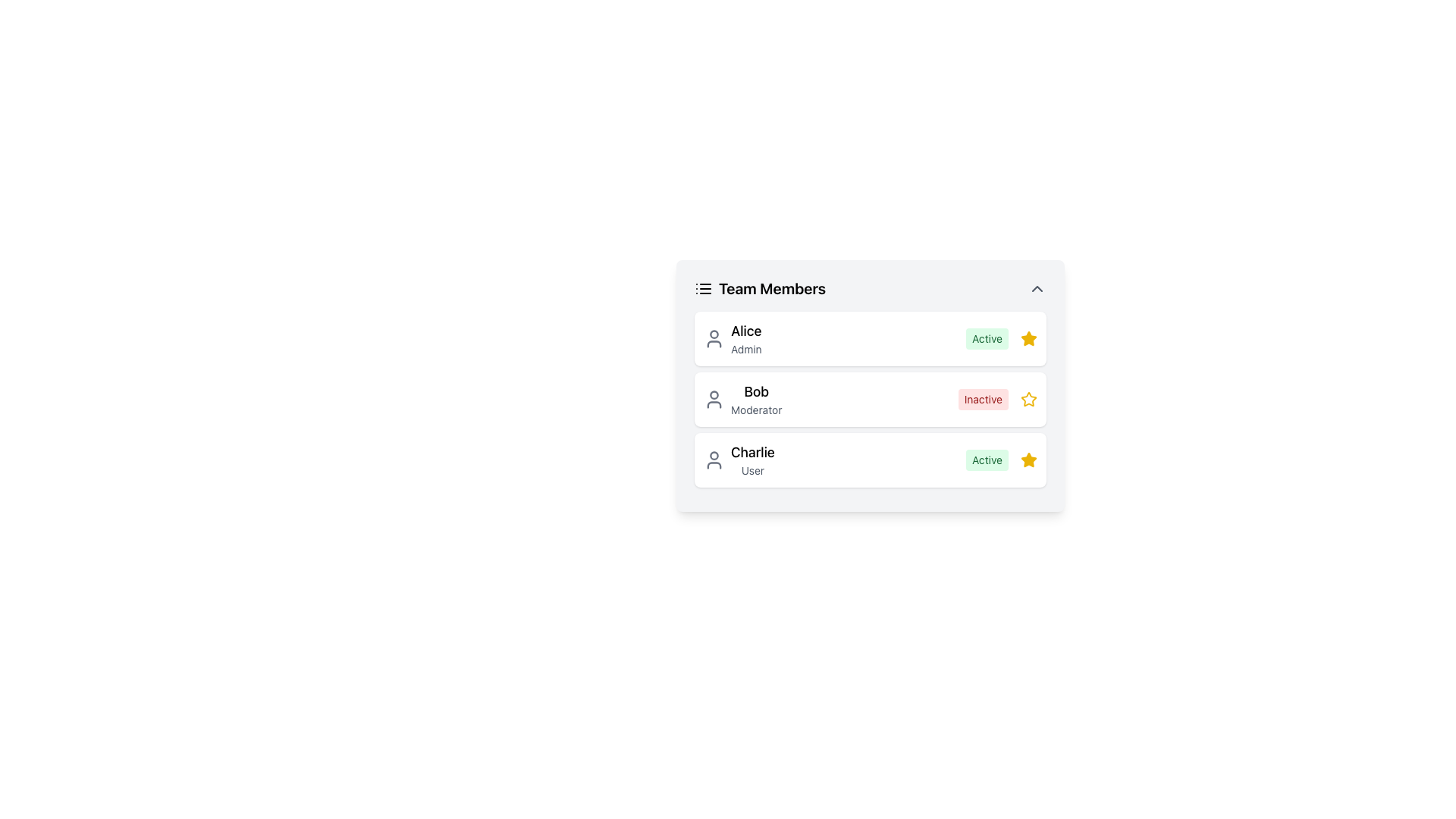  What do you see at coordinates (1037, 289) in the screenshot?
I see `the collapse button (icon-based) located in the header section of the 'Team Members' panel` at bounding box center [1037, 289].